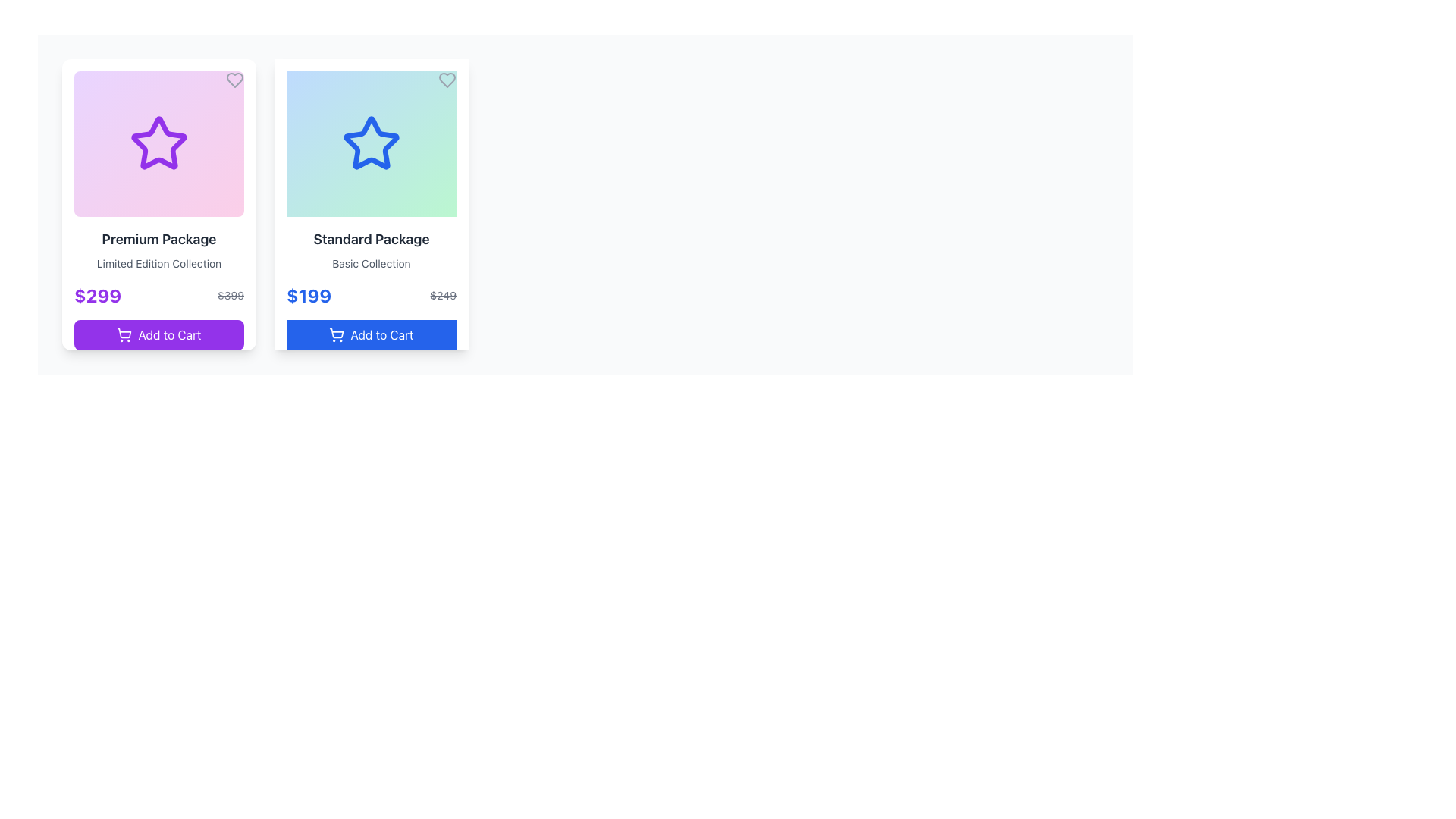 The image size is (1456, 819). Describe the element at coordinates (447, 80) in the screenshot. I see `the heart-shaped icon located at the top-right of the 'Standard Package' card` at that location.